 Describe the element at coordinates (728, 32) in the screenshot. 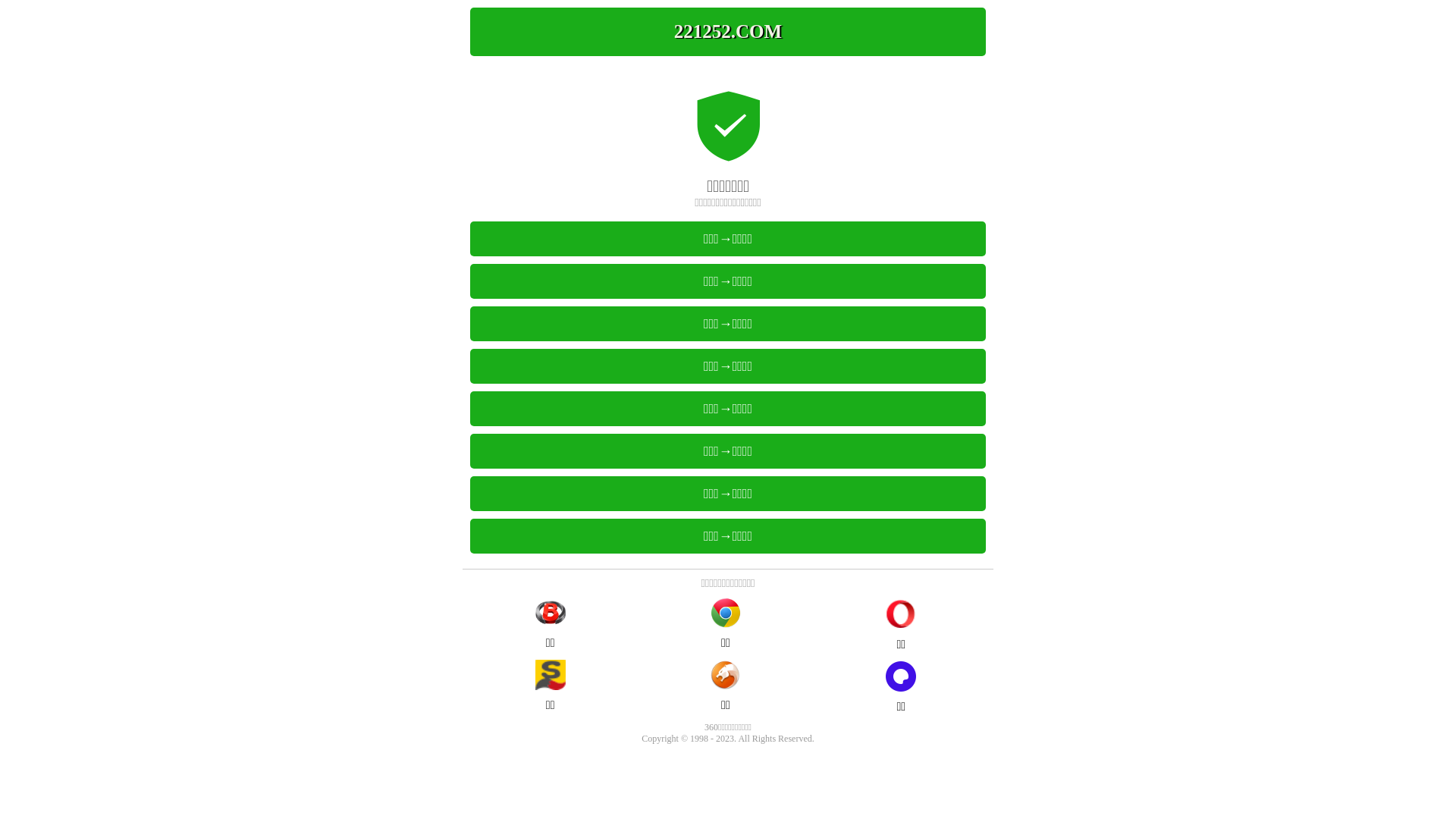

I see `'221252.COM'` at that location.